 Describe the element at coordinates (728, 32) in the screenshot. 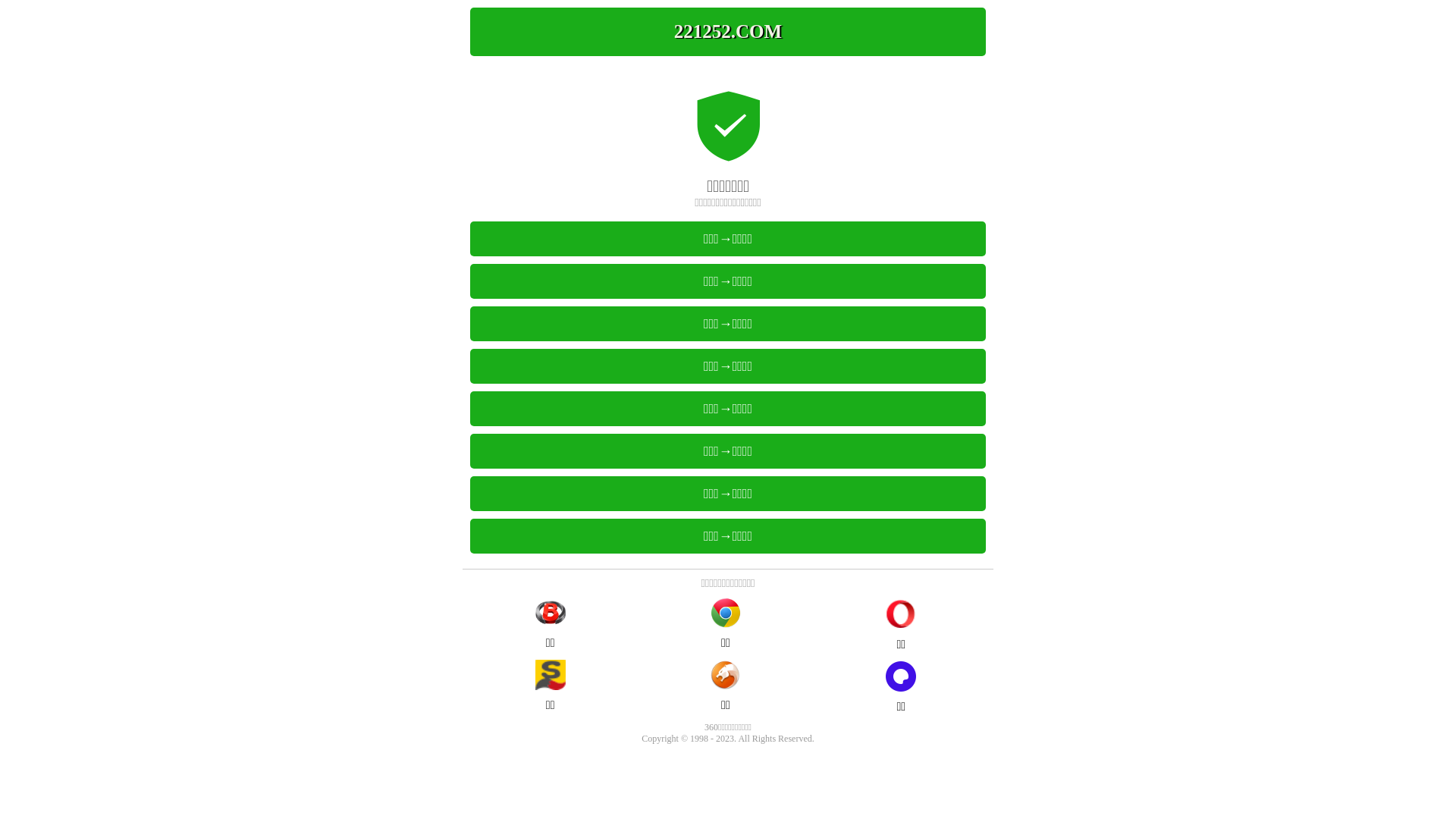

I see `'221252.COM'` at that location.